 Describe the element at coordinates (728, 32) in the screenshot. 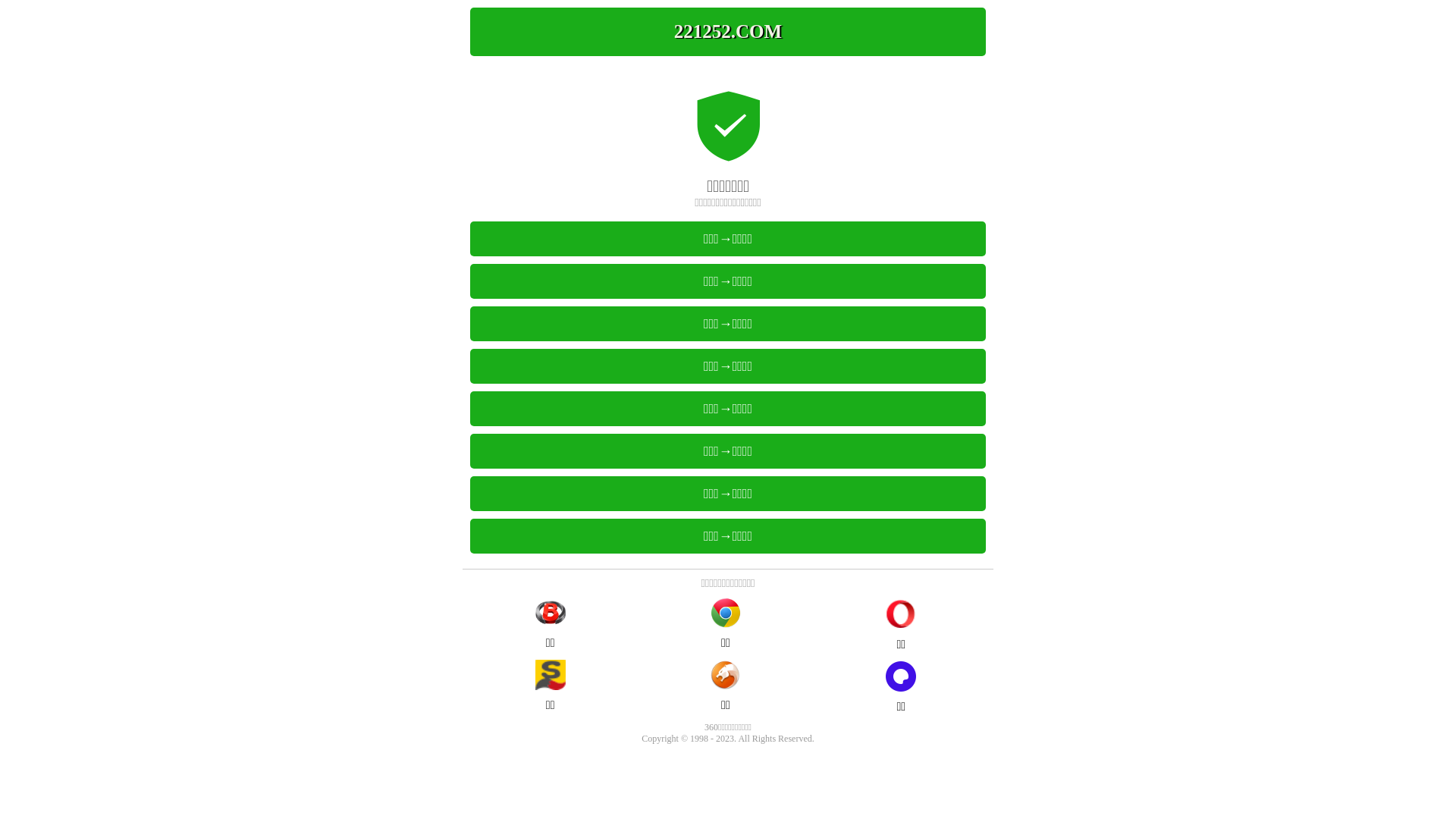

I see `'221252.COM'` at that location.